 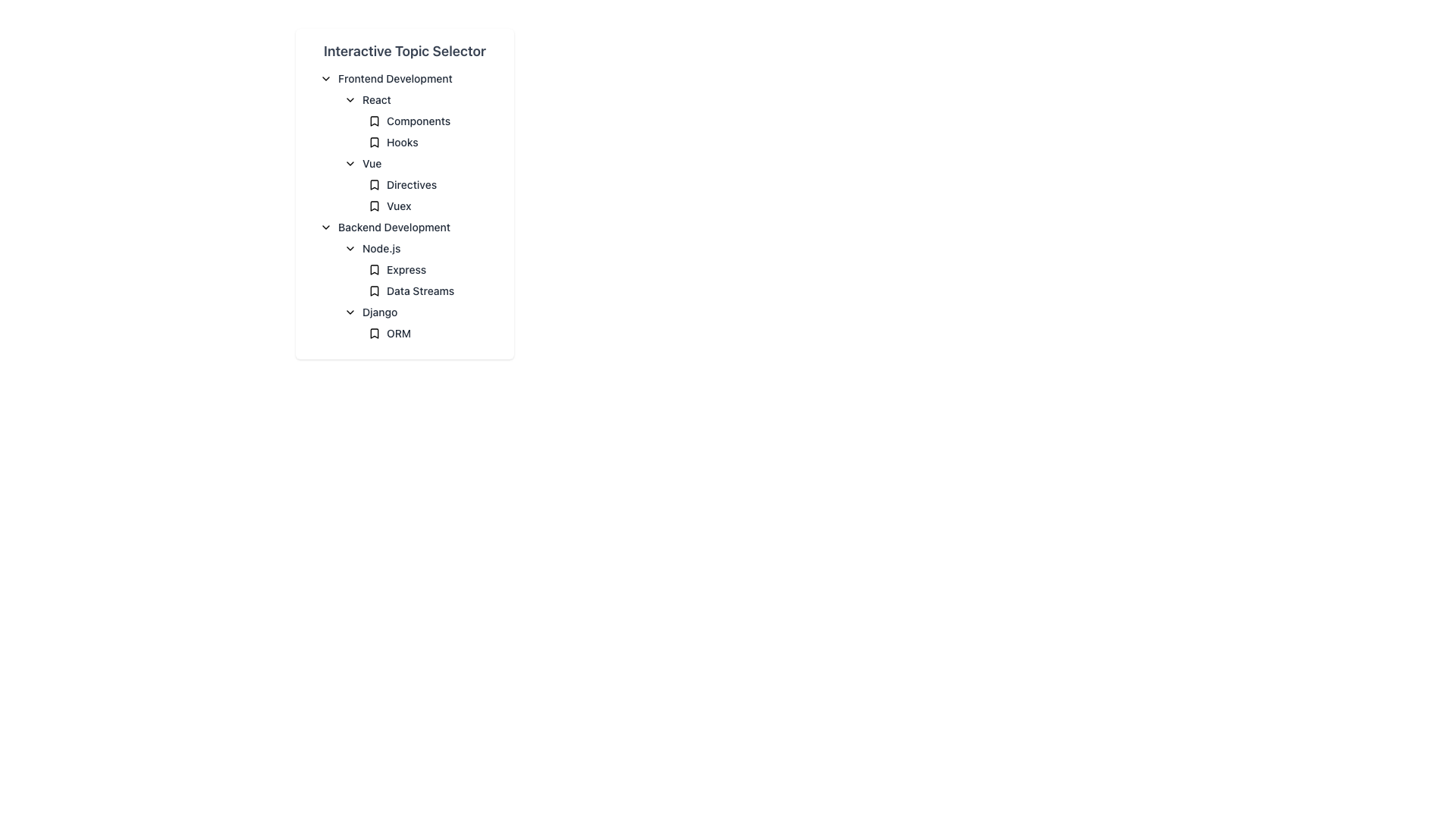 What do you see at coordinates (375, 268) in the screenshot?
I see `the SVG bookmark icon located to the left of the text "Express" in the "Backend Development" section under the "Node.js" subsection` at bounding box center [375, 268].